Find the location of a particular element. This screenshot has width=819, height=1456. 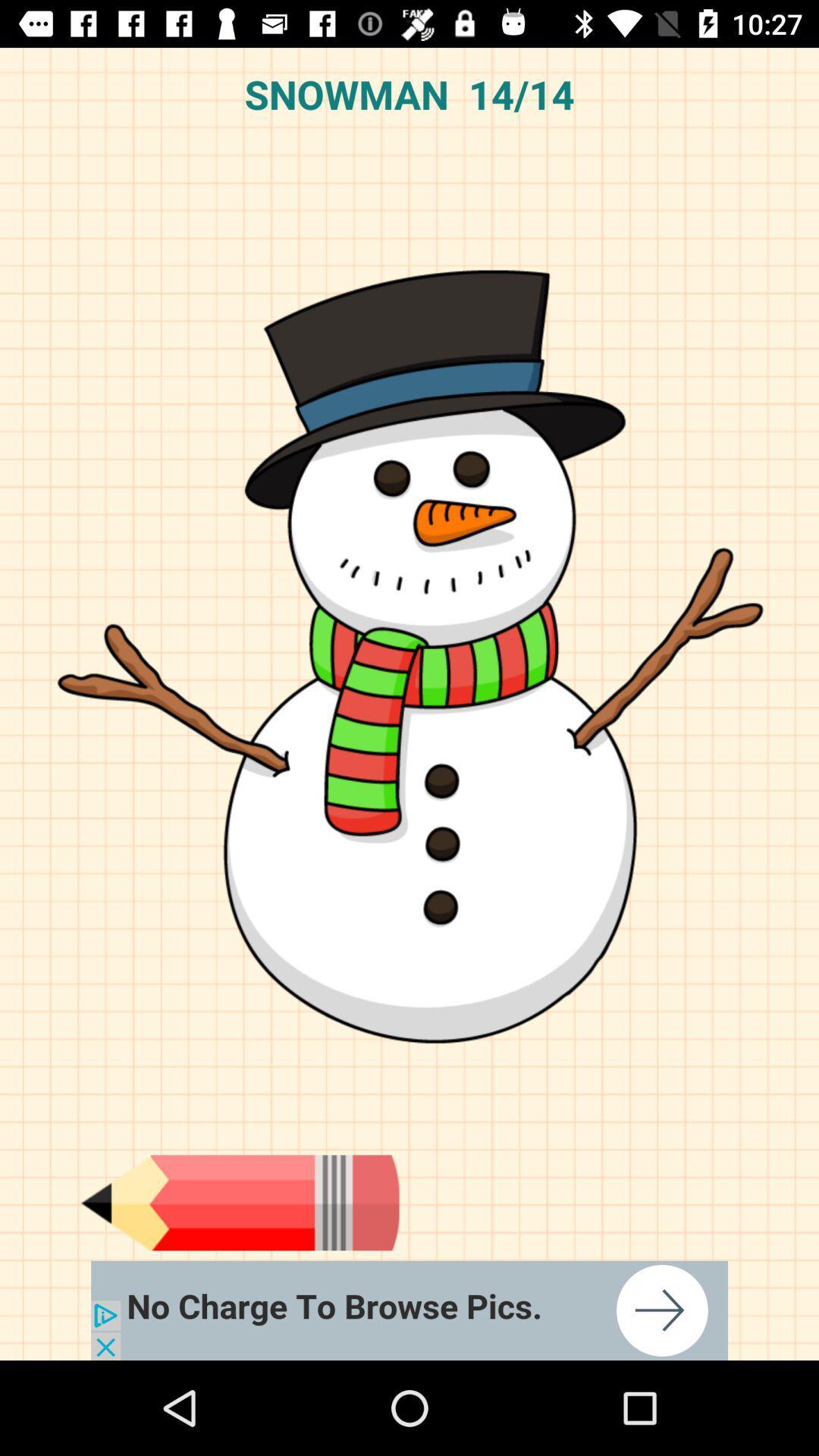

google advertisements is located at coordinates (409, 1310).